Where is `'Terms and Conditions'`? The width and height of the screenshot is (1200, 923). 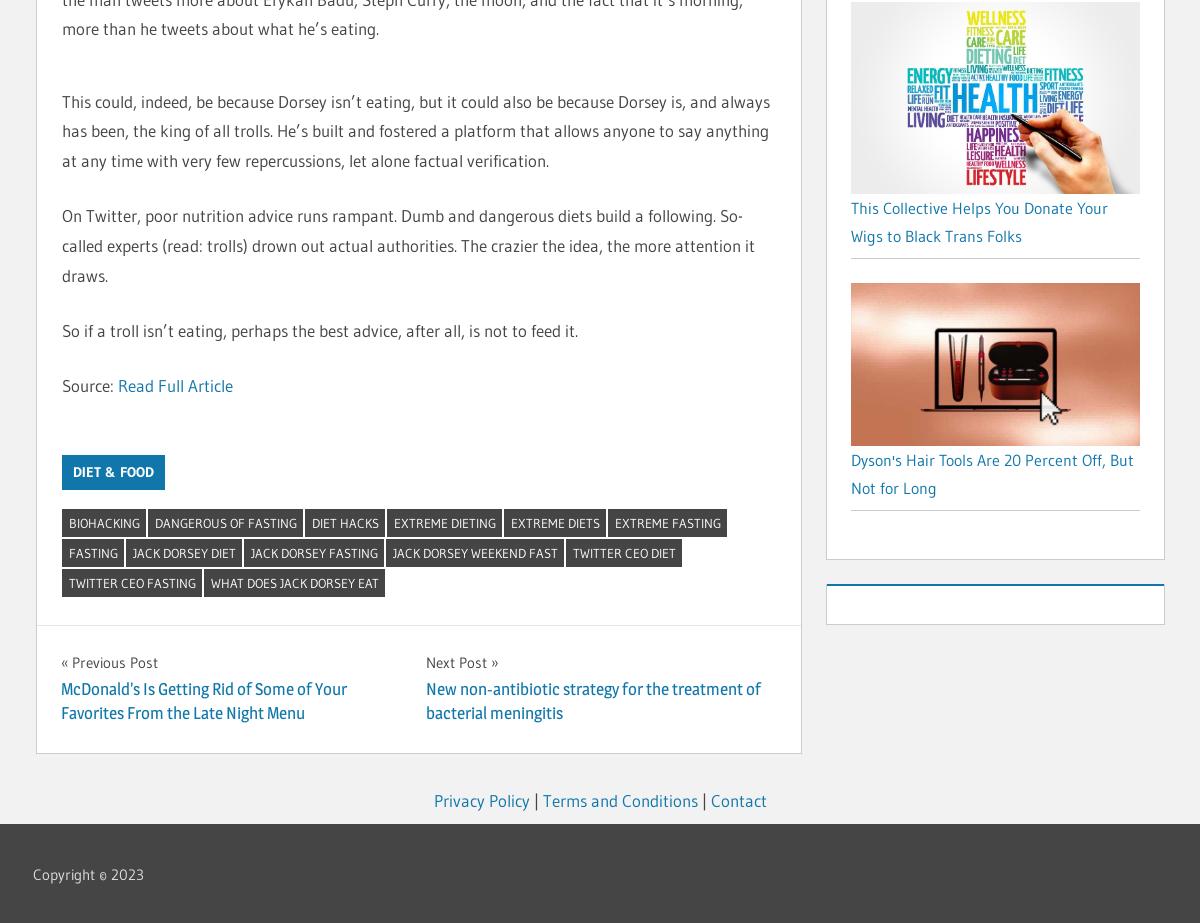
'Terms and Conditions' is located at coordinates (619, 799).